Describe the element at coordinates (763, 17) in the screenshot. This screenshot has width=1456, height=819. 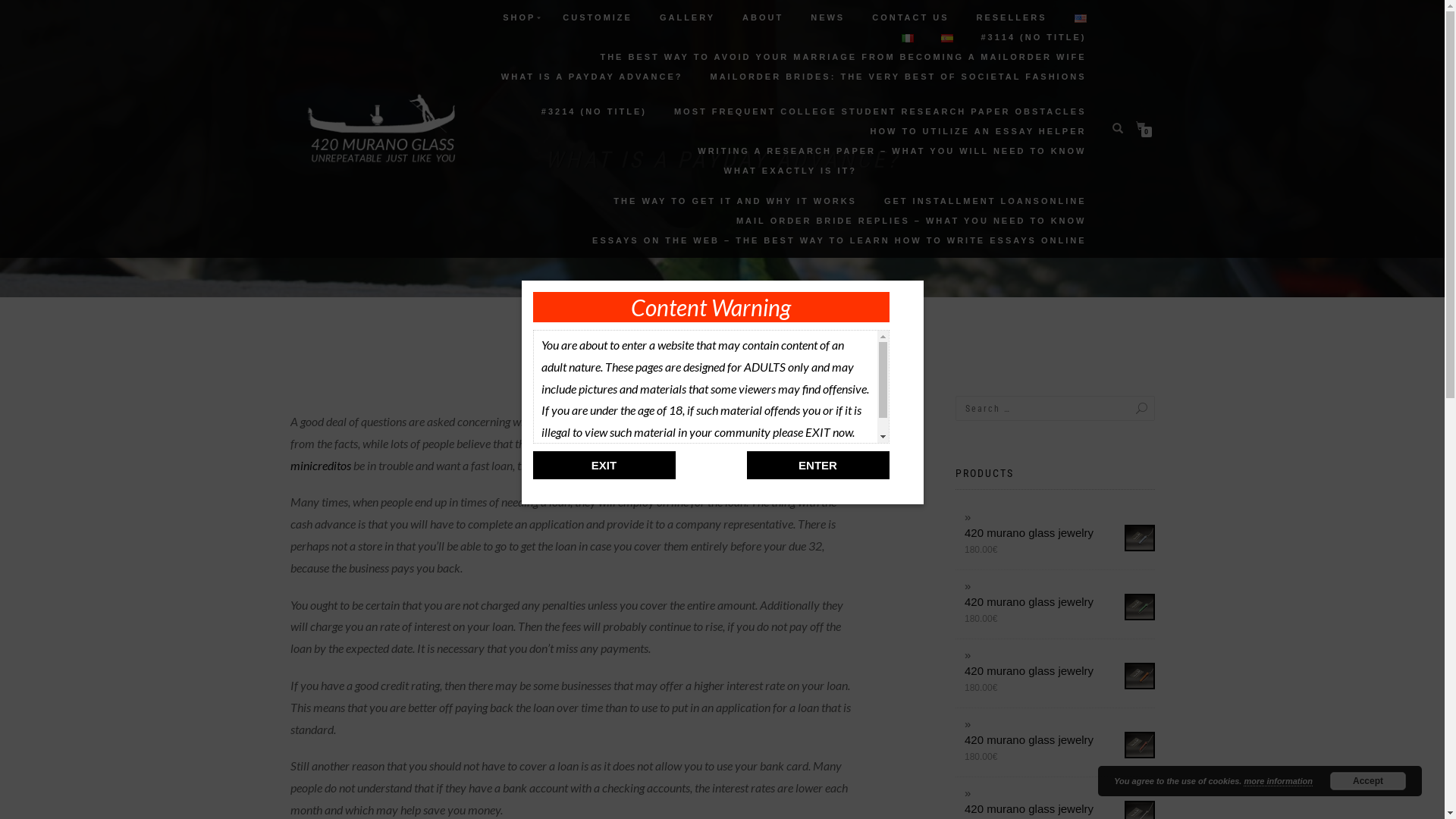
I see `'ABOUT'` at that location.